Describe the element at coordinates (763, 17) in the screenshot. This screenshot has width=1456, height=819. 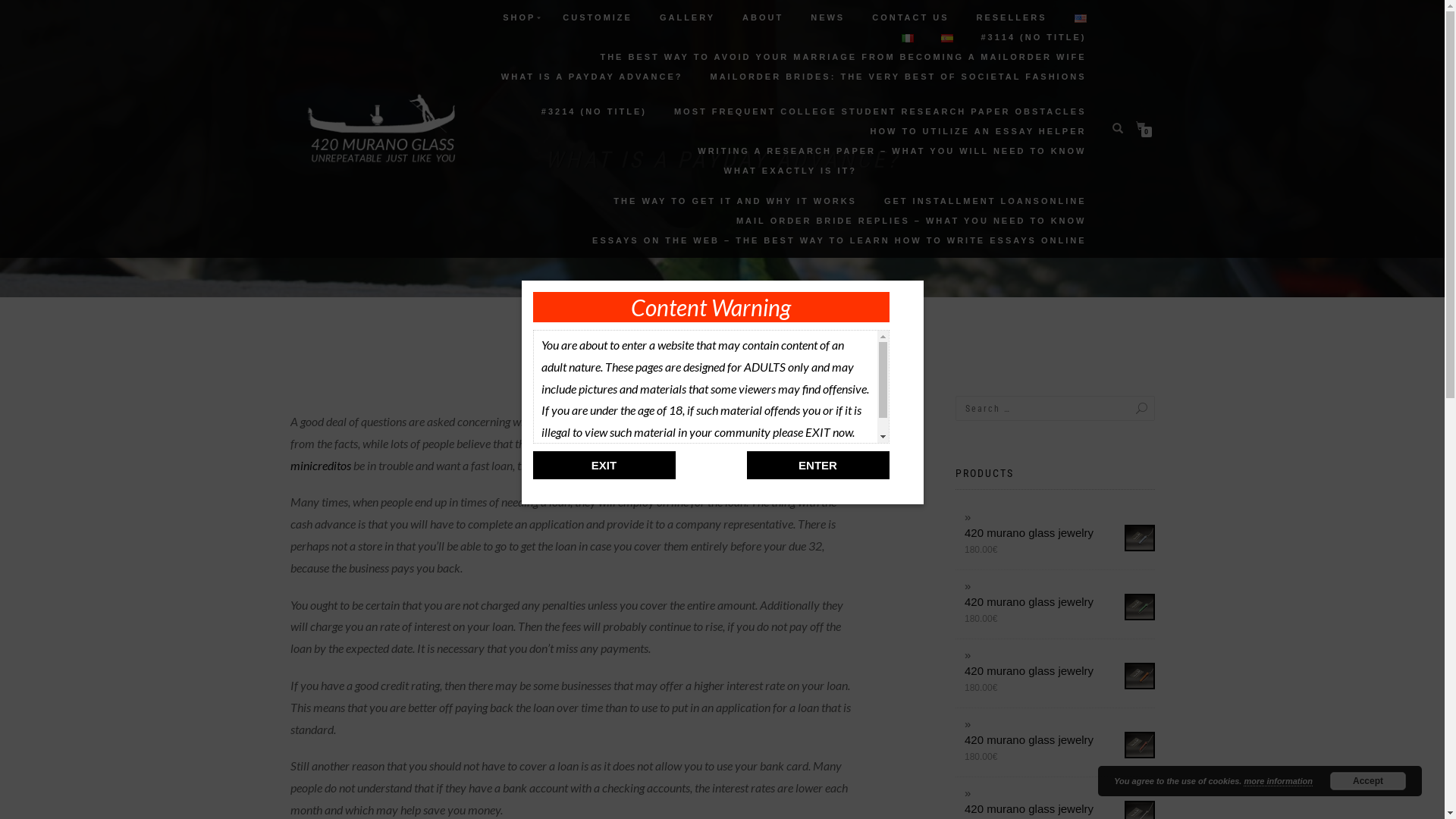
I see `'ABOUT'` at that location.